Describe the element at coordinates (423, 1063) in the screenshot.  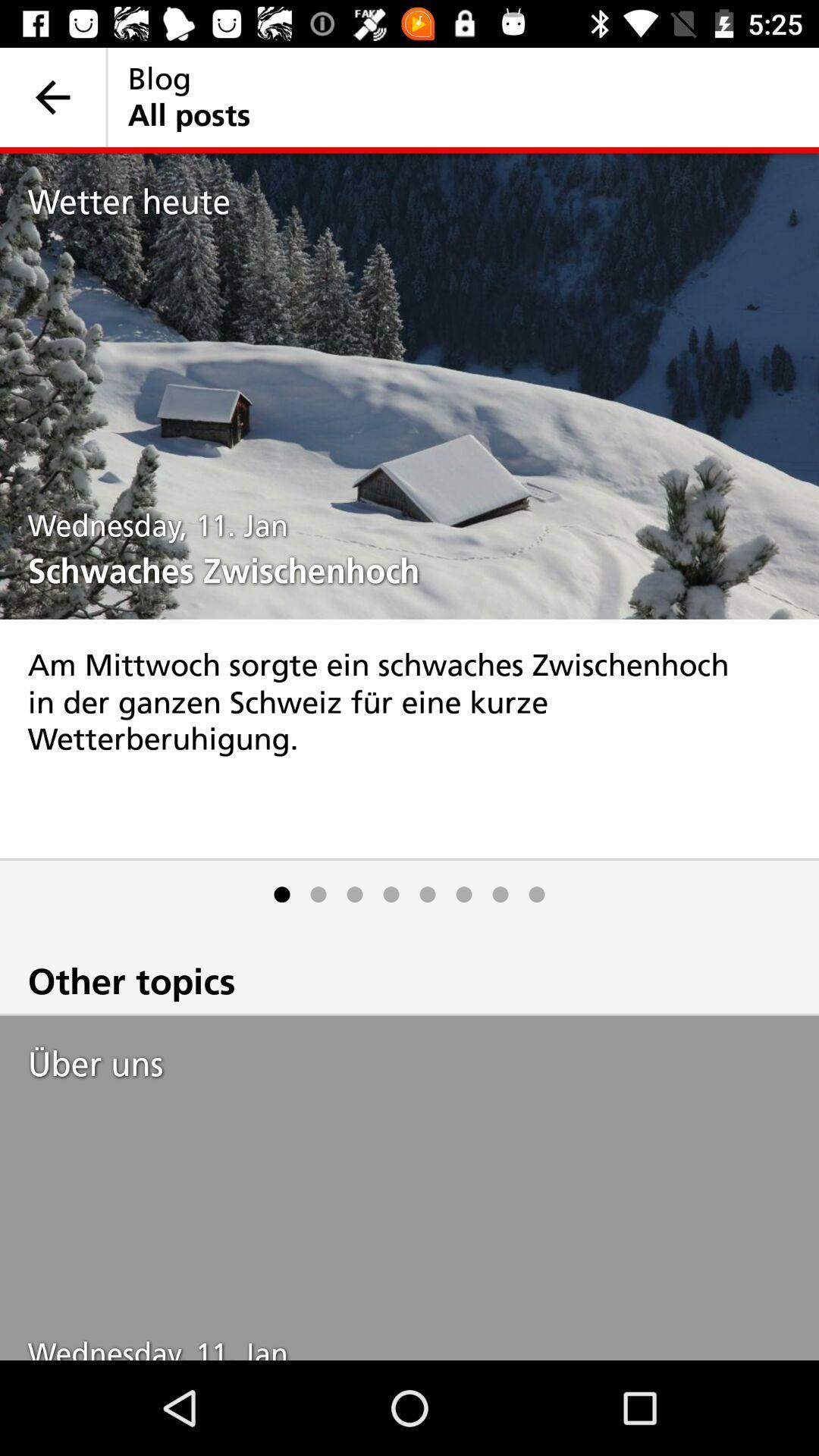
I see `the item below the other topics icon` at that location.